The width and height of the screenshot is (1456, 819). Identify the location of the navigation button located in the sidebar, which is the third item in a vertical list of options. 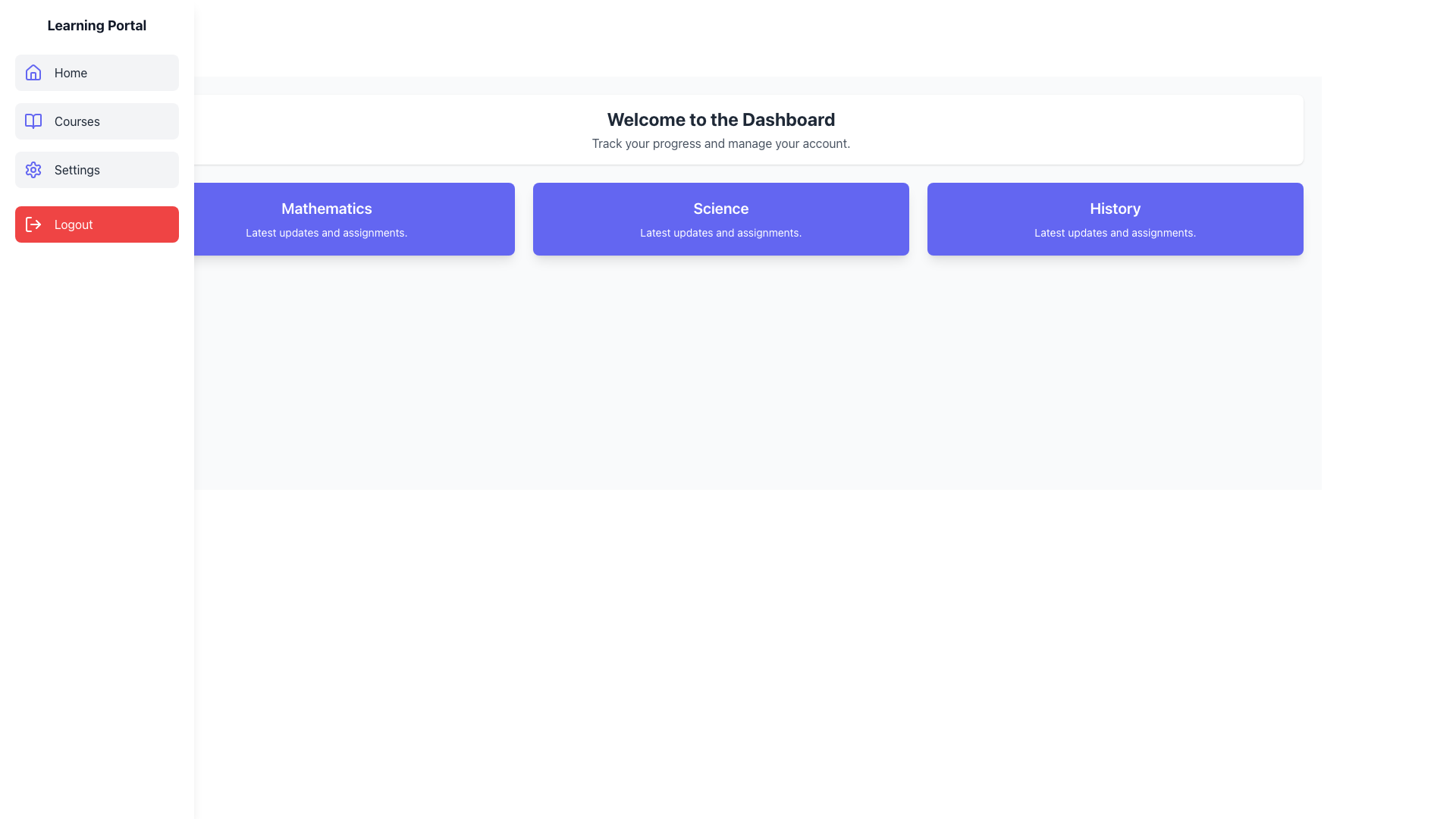
(96, 169).